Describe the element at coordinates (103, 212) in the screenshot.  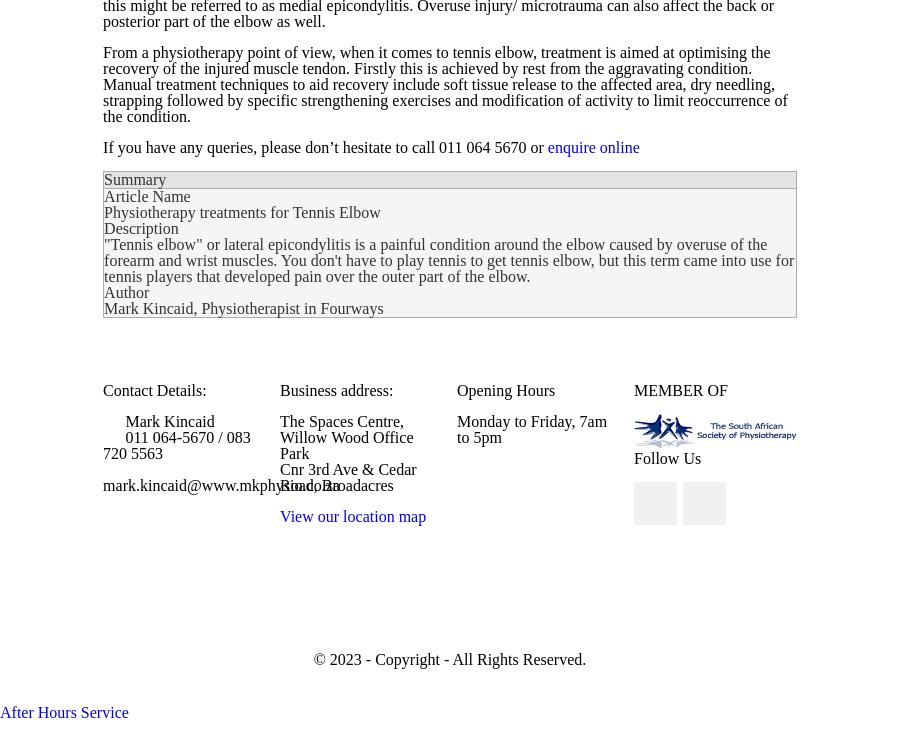
I see `'Physiotherapy treatments for Tennis Elbow'` at that location.